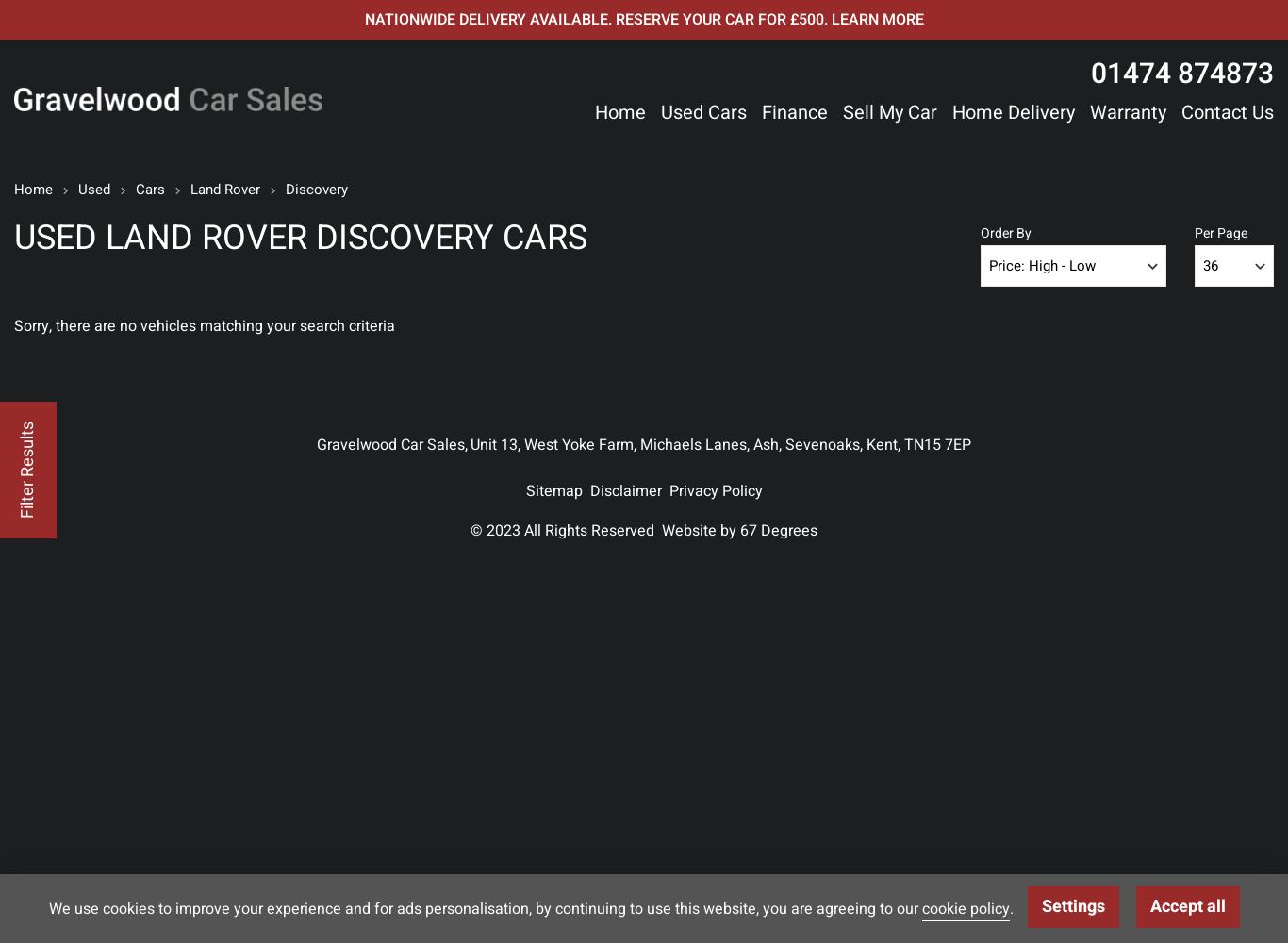  What do you see at coordinates (470, 530) in the screenshot?
I see `'© 2023 All Rights Reserved'` at bounding box center [470, 530].